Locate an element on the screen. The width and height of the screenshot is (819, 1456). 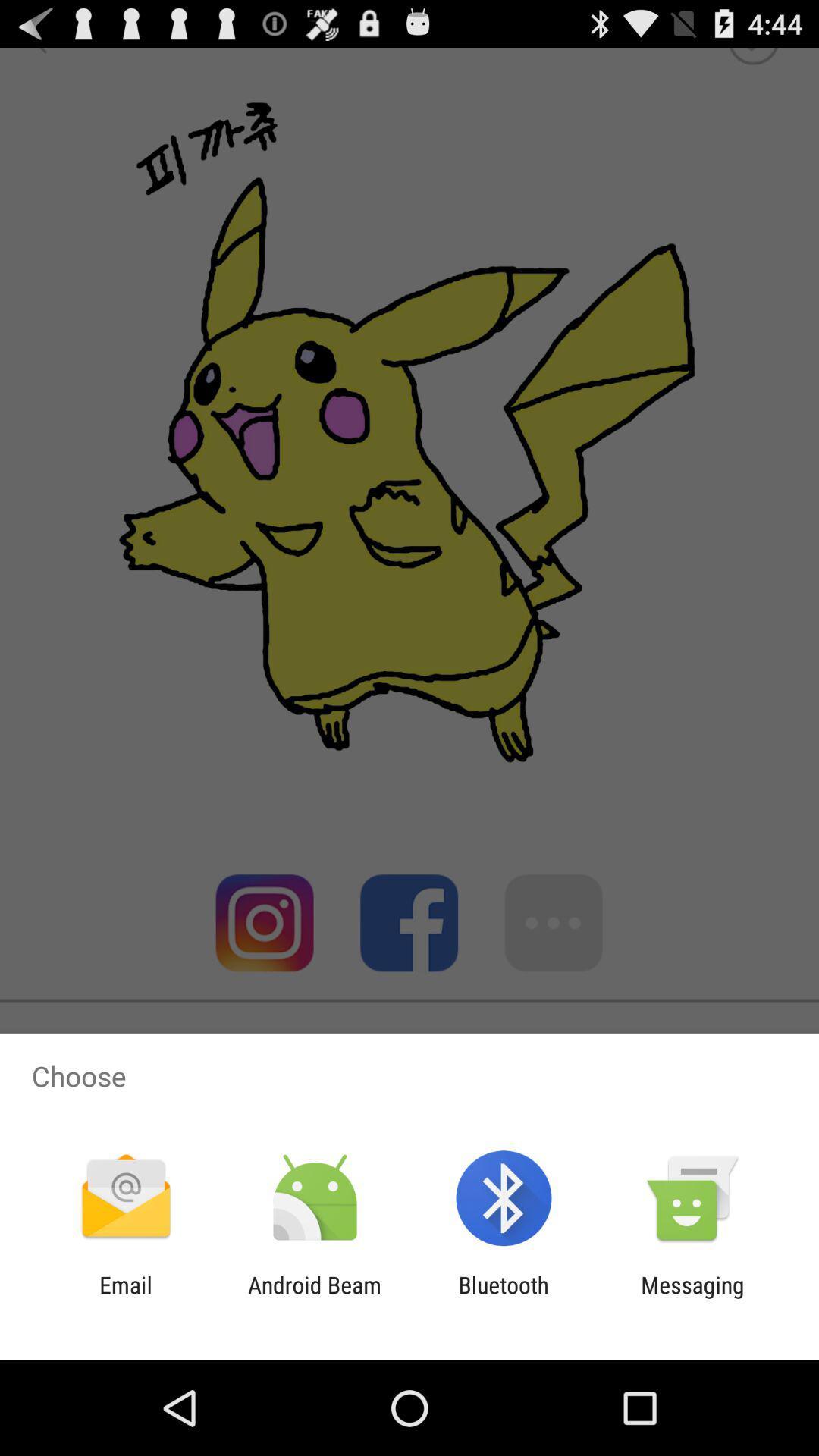
the icon to the right of bluetooth app is located at coordinates (692, 1298).